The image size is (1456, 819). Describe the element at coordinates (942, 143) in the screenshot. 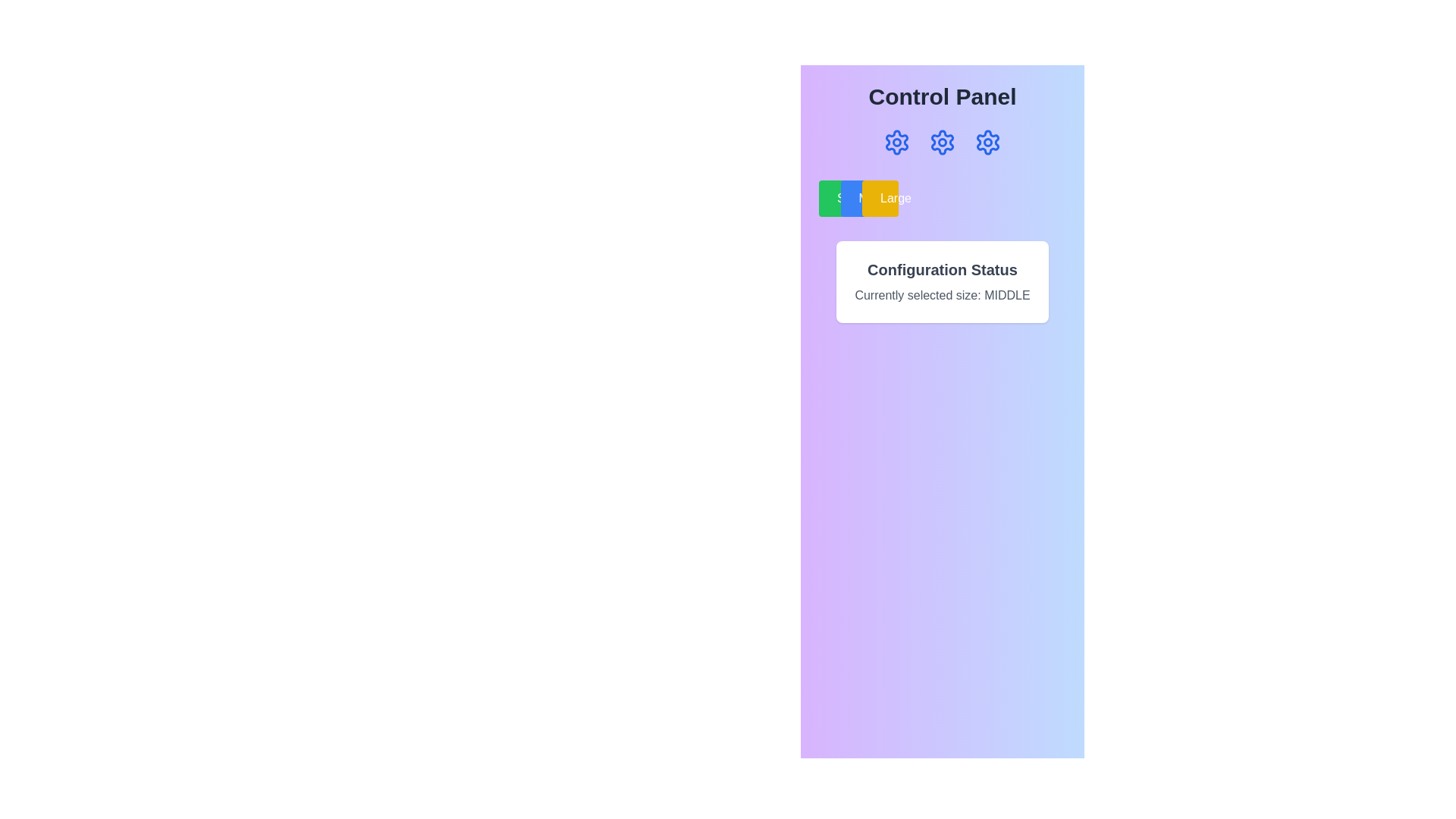

I see `the middle gear-shaped icon with a blue outline` at that location.